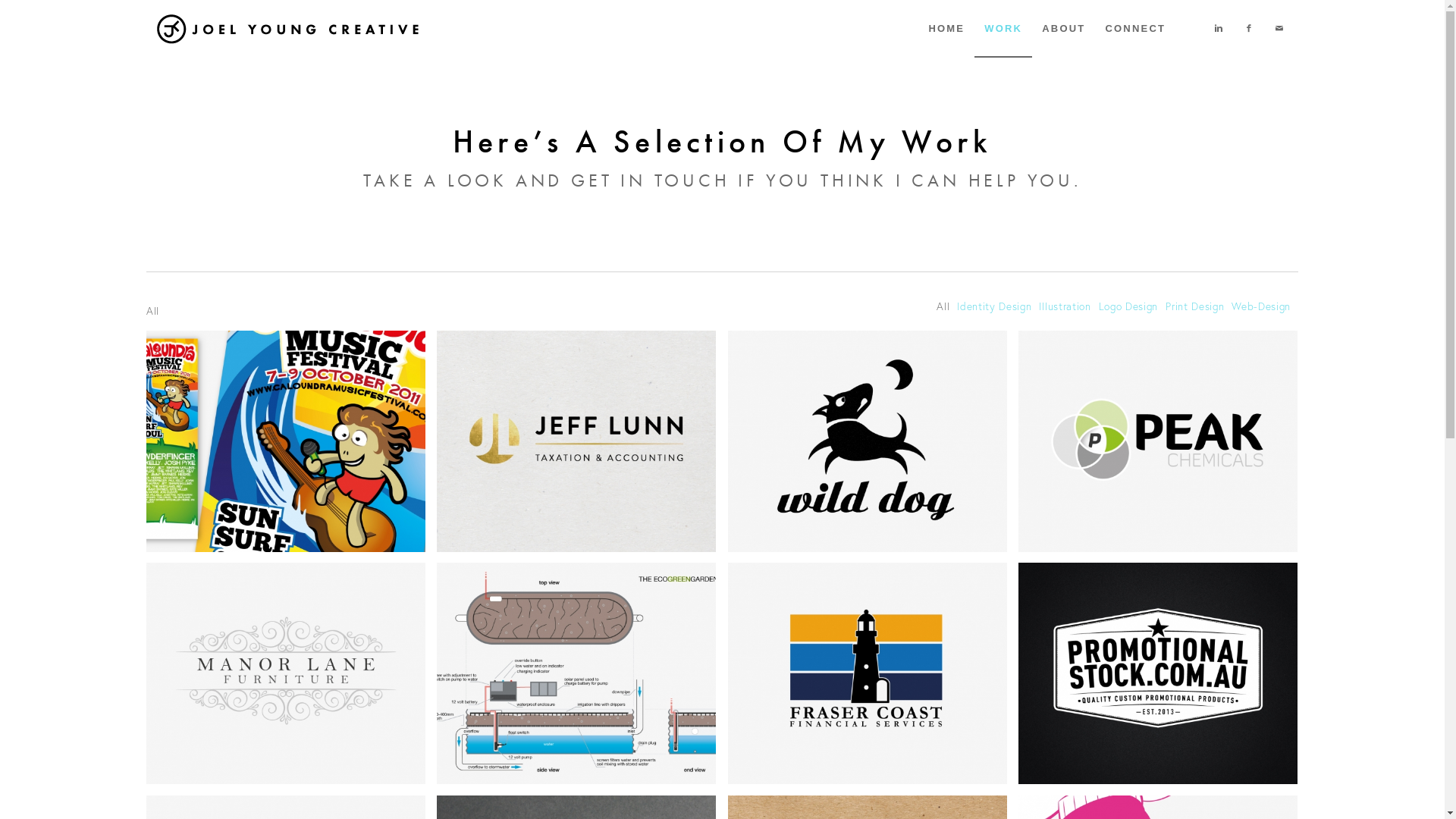 Image resolution: width=1456 pixels, height=819 pixels. What do you see at coordinates (942, 307) in the screenshot?
I see `'All'` at bounding box center [942, 307].